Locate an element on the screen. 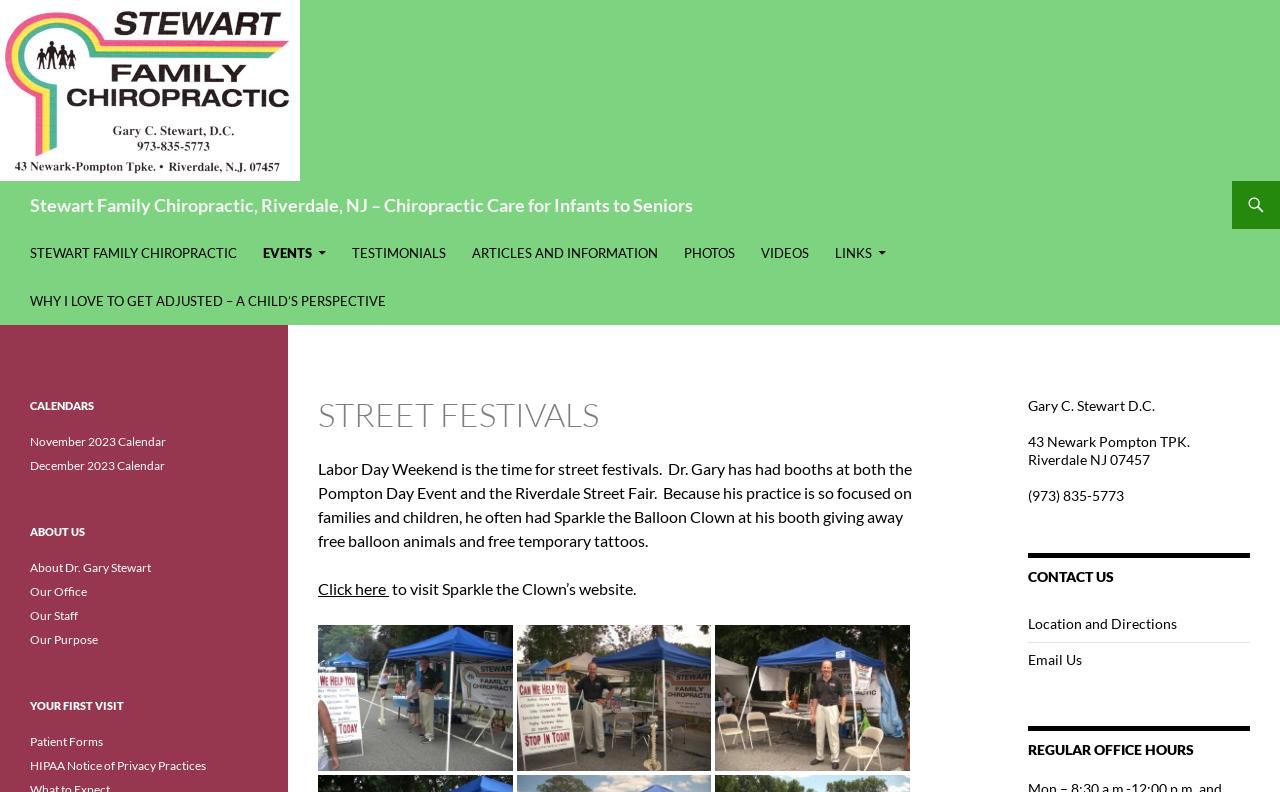 The height and width of the screenshot is (792, 1280). 'Your First Visit' is located at coordinates (77, 704).